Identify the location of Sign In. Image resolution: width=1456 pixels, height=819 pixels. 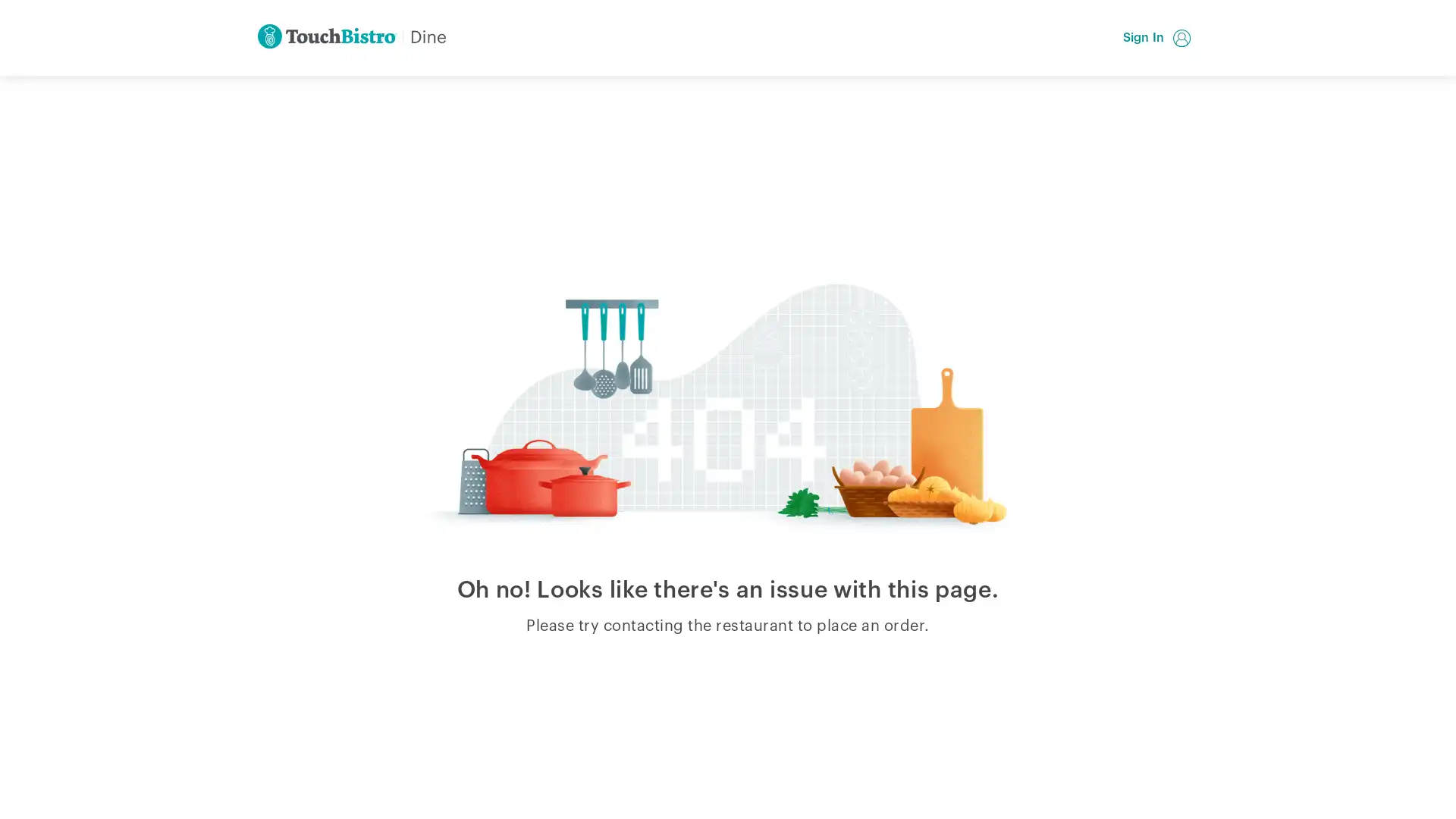
(1143, 37).